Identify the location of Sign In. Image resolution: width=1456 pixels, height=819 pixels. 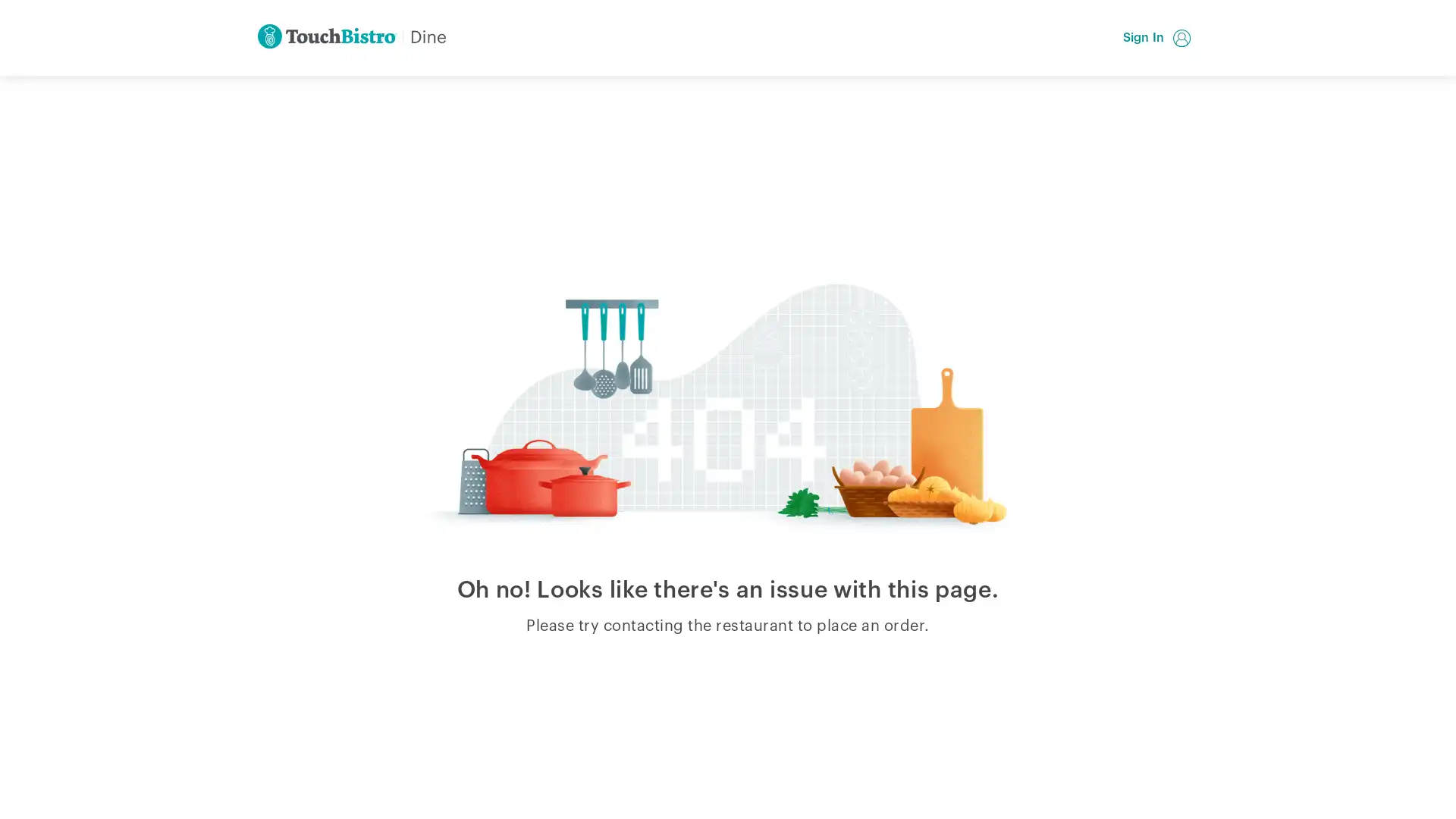
(1143, 37).